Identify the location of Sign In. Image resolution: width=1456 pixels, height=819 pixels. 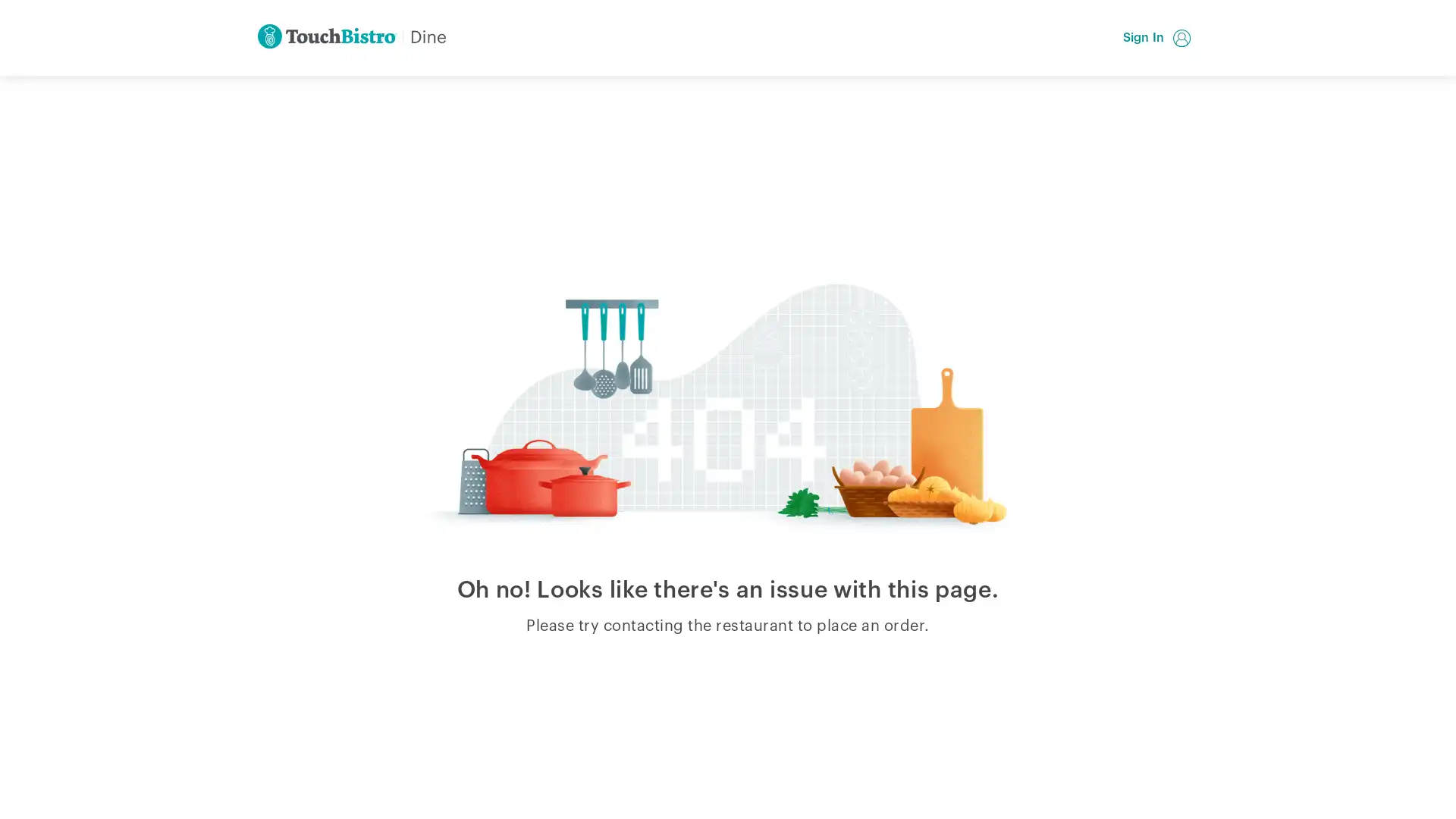
(1143, 37).